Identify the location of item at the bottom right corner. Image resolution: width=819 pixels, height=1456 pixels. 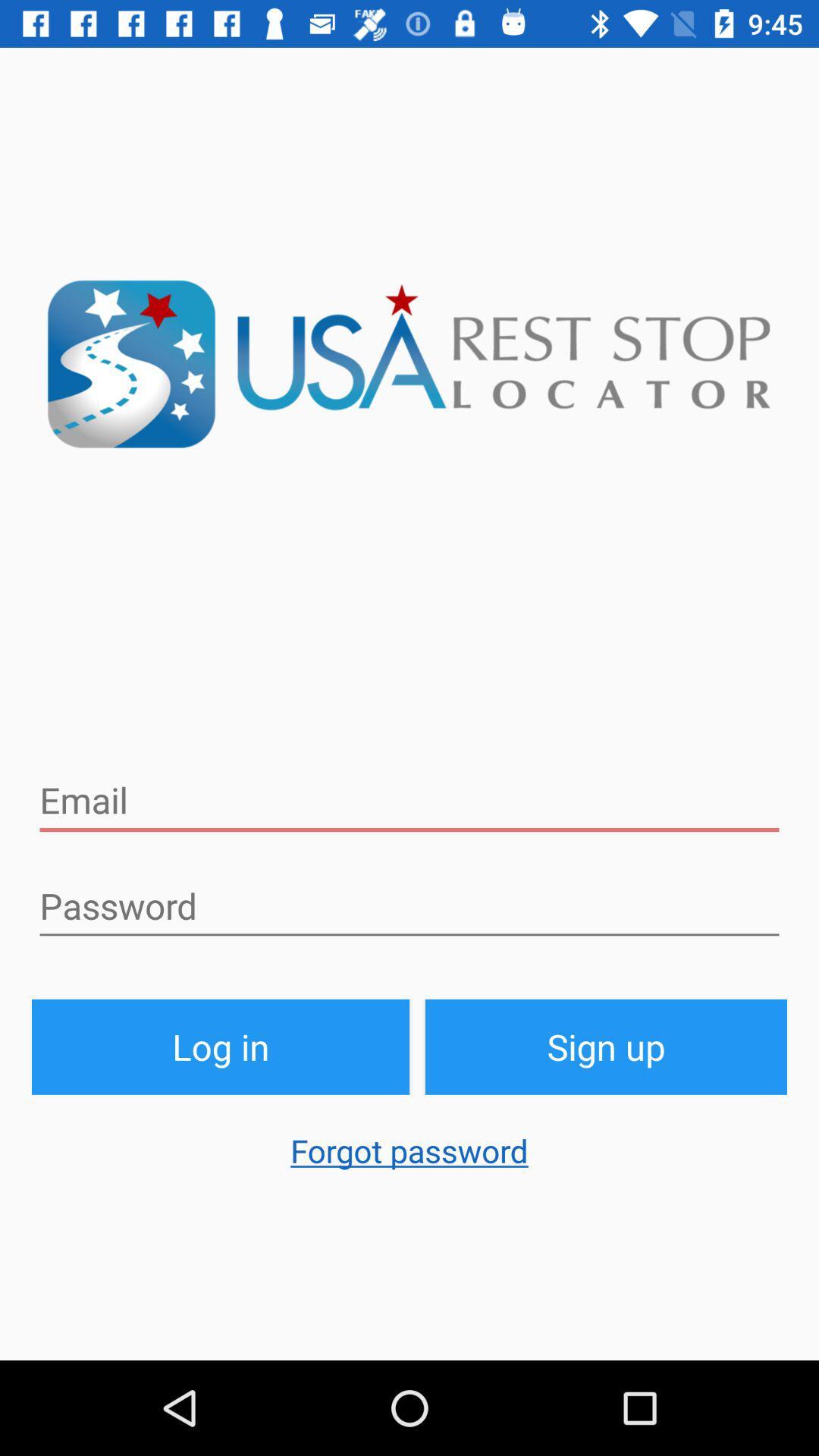
(605, 1046).